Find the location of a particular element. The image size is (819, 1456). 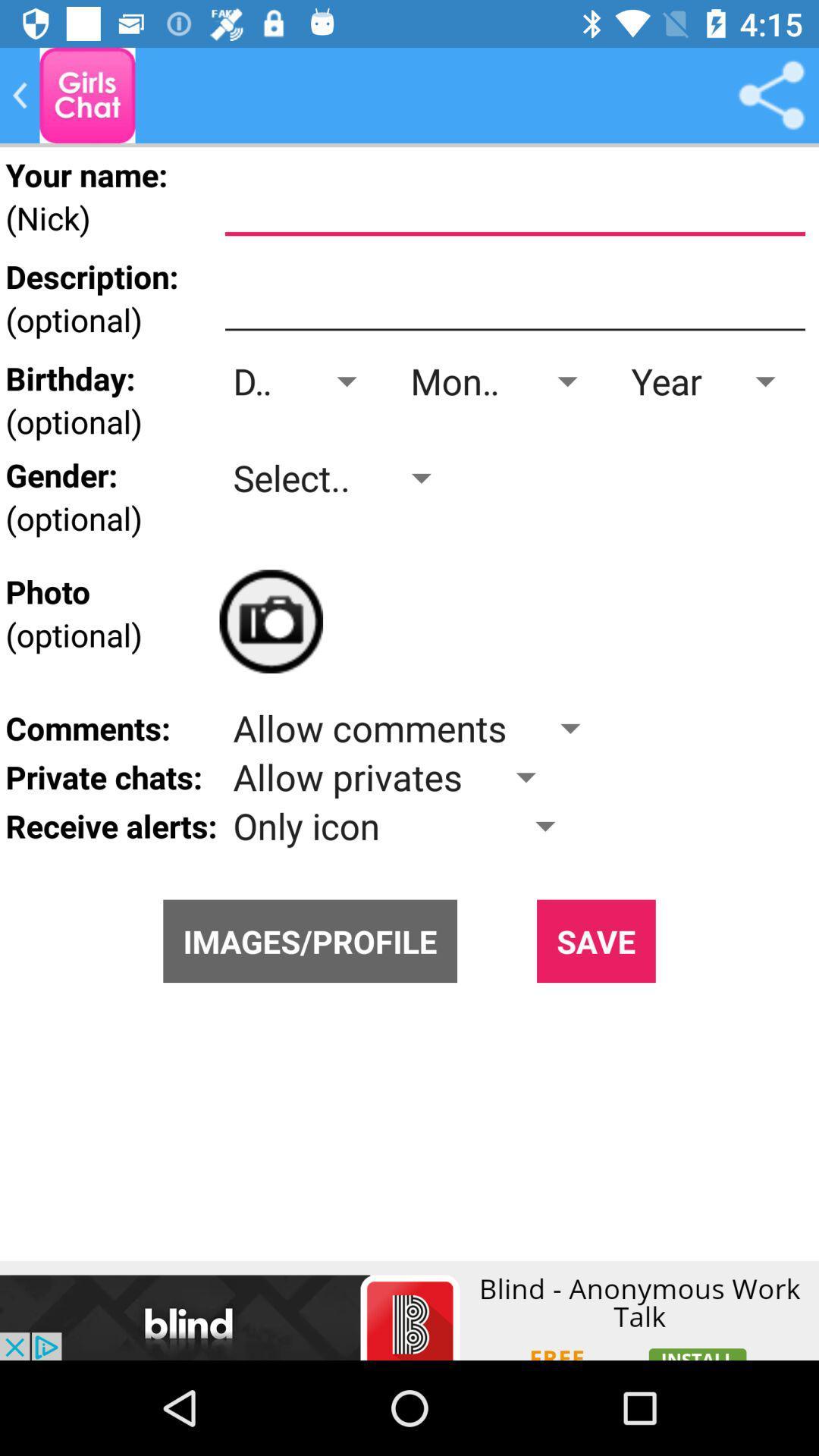

main menu is located at coordinates (87, 94).